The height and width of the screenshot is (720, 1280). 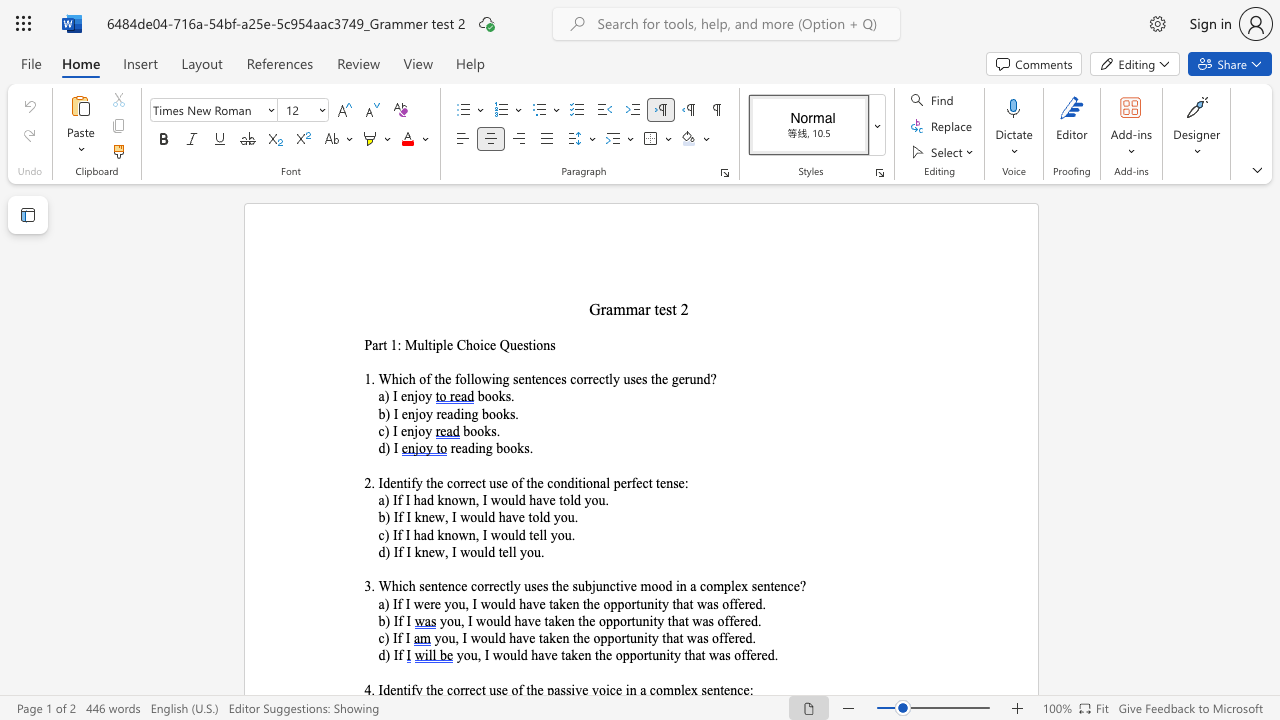 What do you see at coordinates (412, 499) in the screenshot?
I see `the subset text "had known, I would have told you." within the text "a) If I had known, I would have told you."` at bounding box center [412, 499].